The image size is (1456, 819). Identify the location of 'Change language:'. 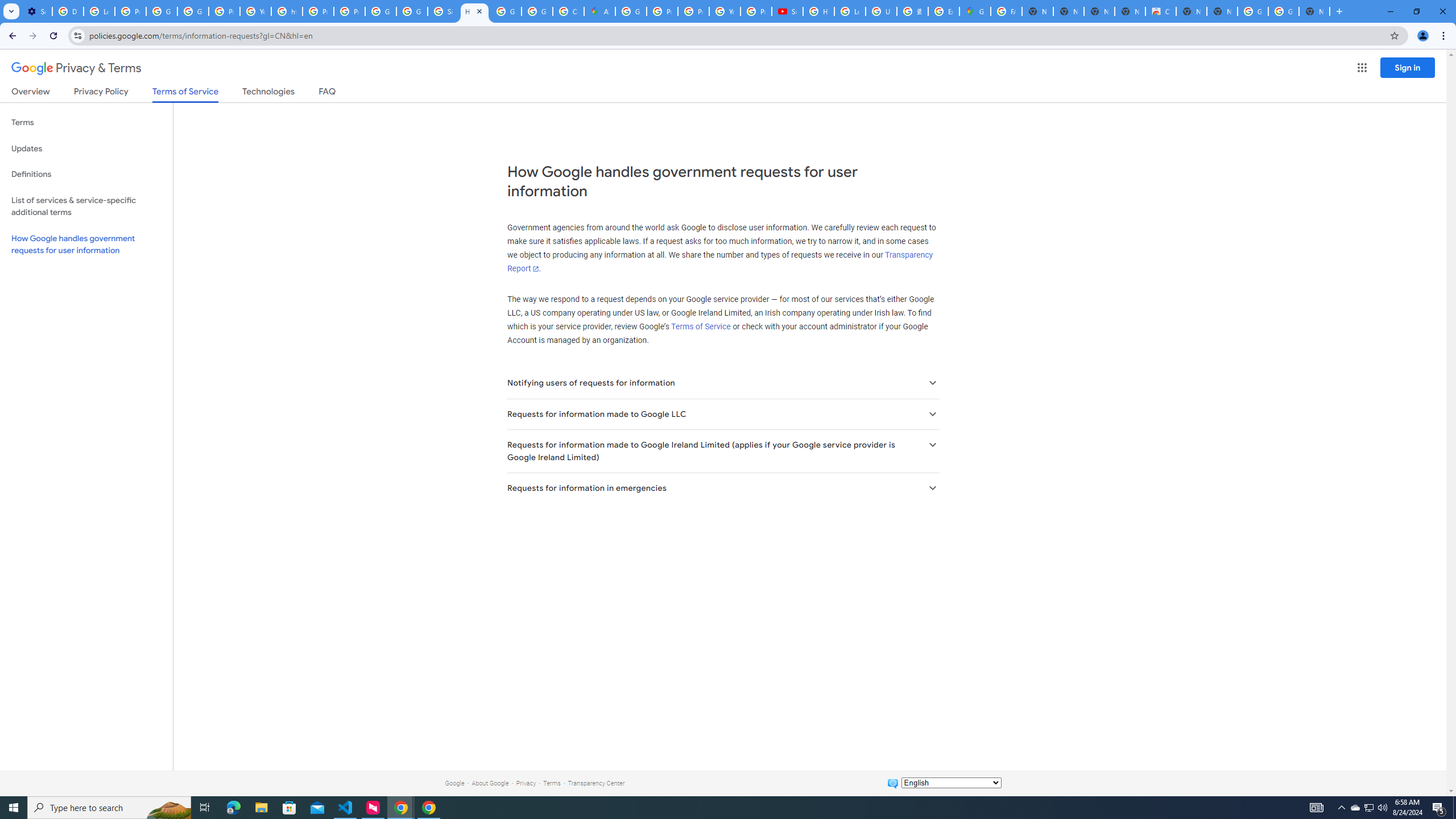
(950, 781).